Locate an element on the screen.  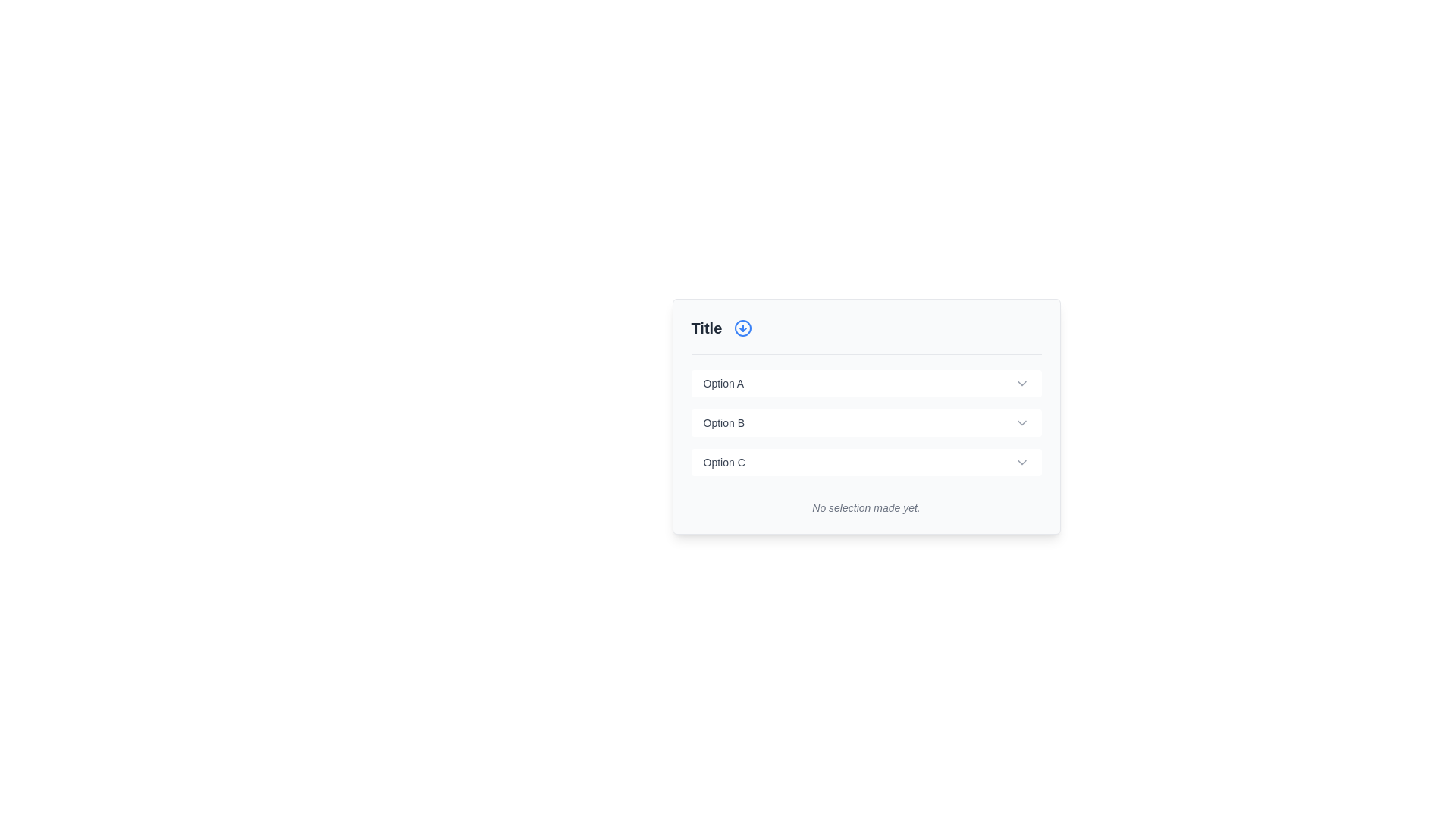
the status indicator text label that shows no option selected, located directly beneath Option C is located at coordinates (866, 502).